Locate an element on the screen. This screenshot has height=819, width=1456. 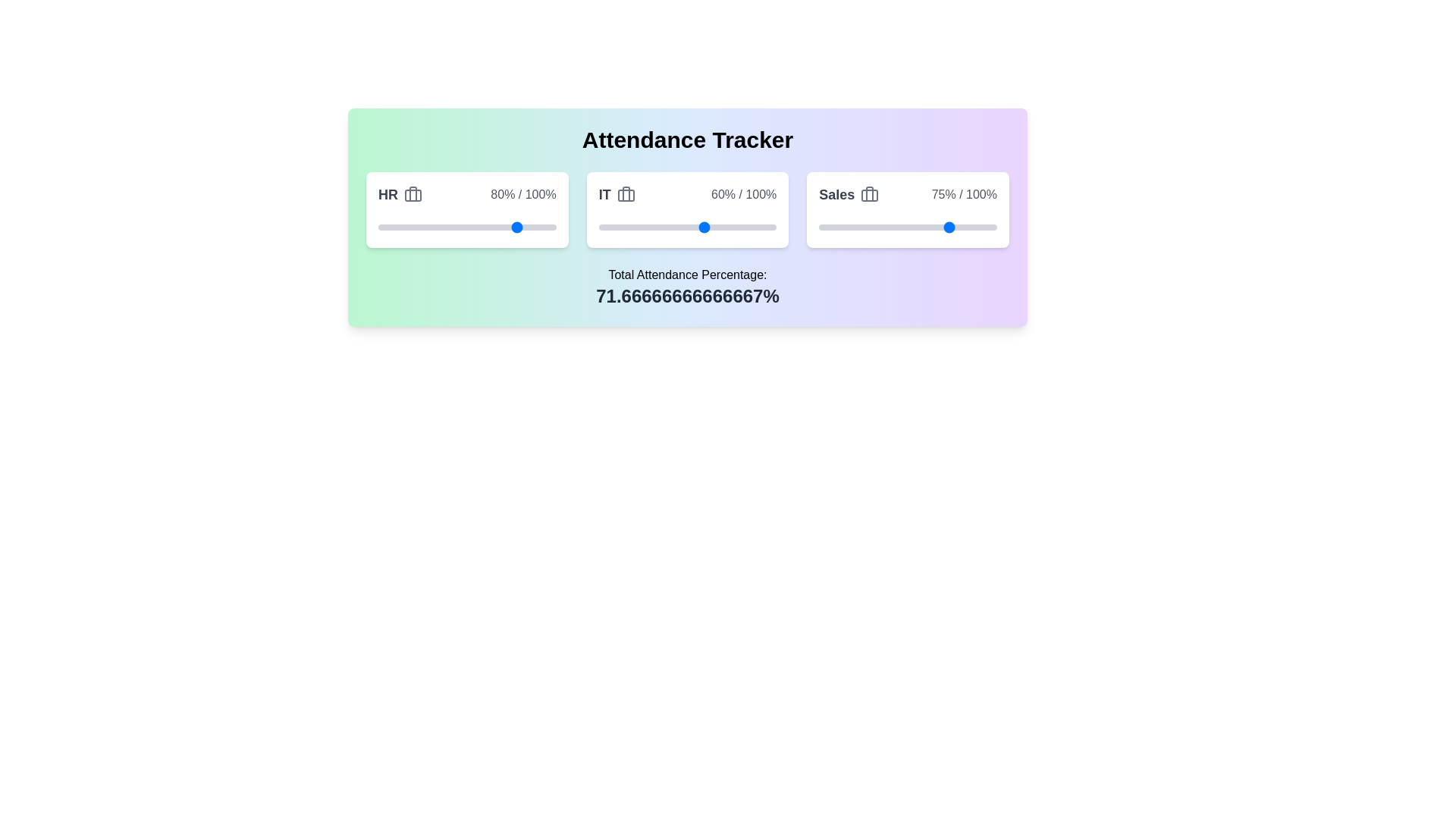
the IT attendance slider is located at coordinates (717, 227).